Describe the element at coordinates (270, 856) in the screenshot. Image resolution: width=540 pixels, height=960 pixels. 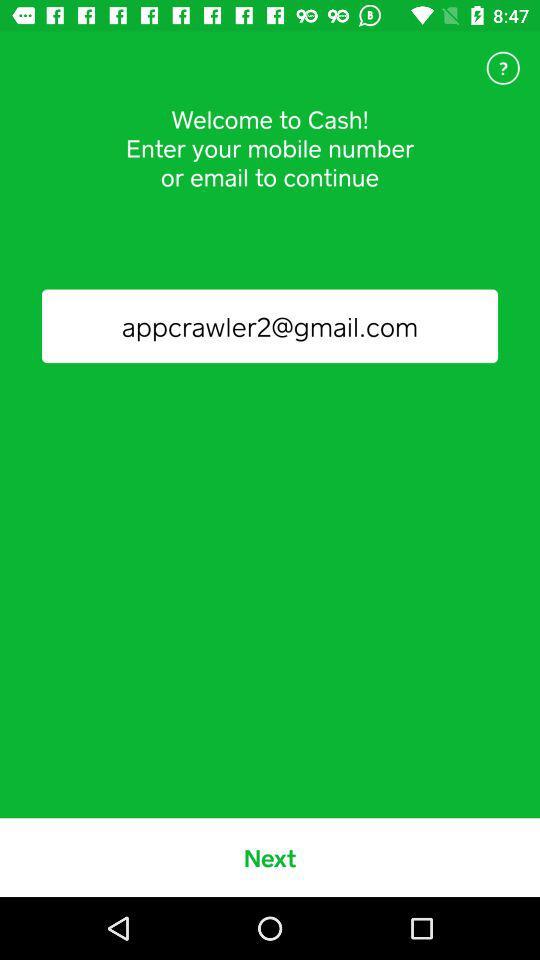
I see `the next icon` at that location.